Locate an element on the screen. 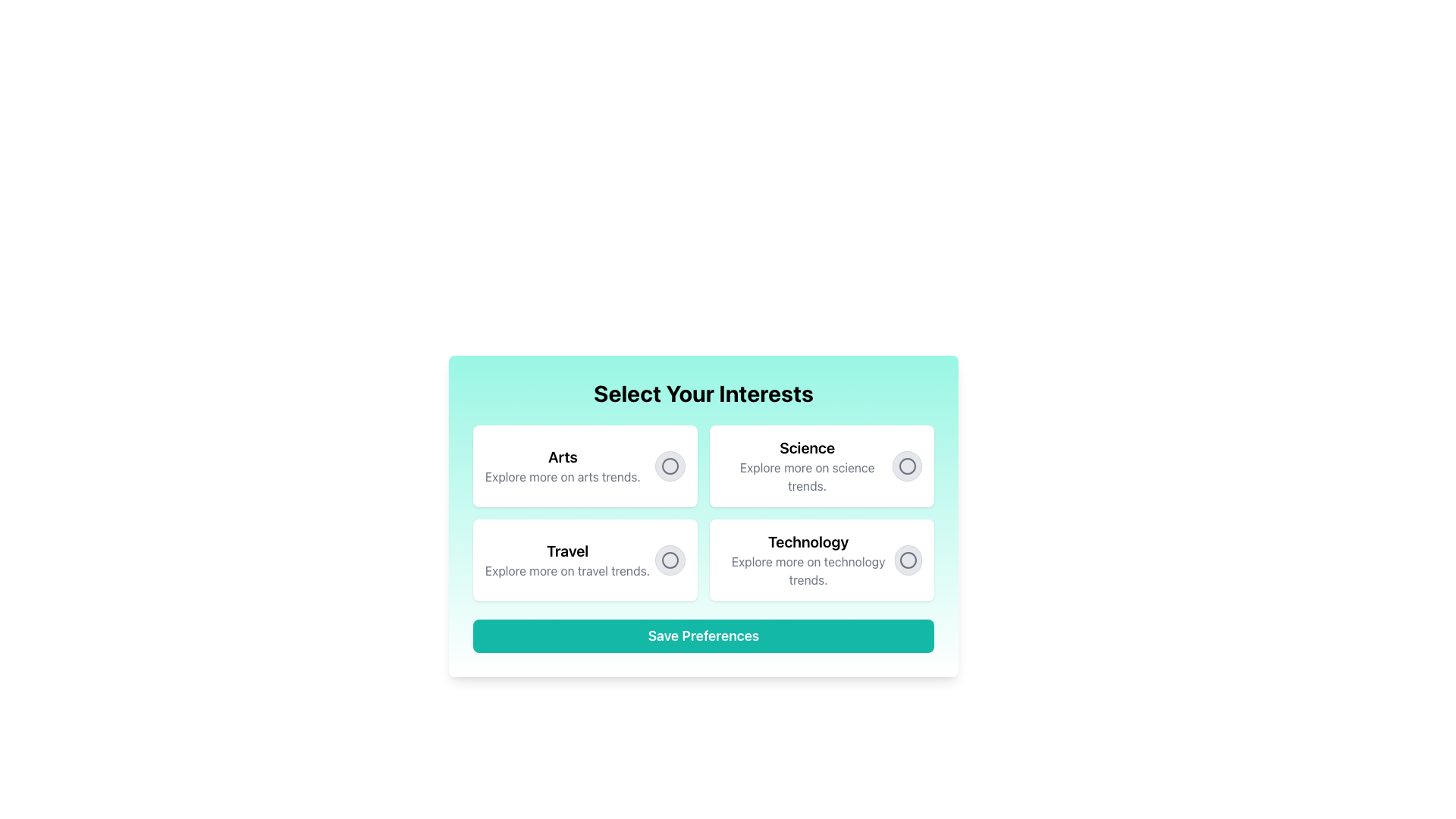 Image resolution: width=1456 pixels, height=819 pixels. the radio button circle is located at coordinates (907, 465).